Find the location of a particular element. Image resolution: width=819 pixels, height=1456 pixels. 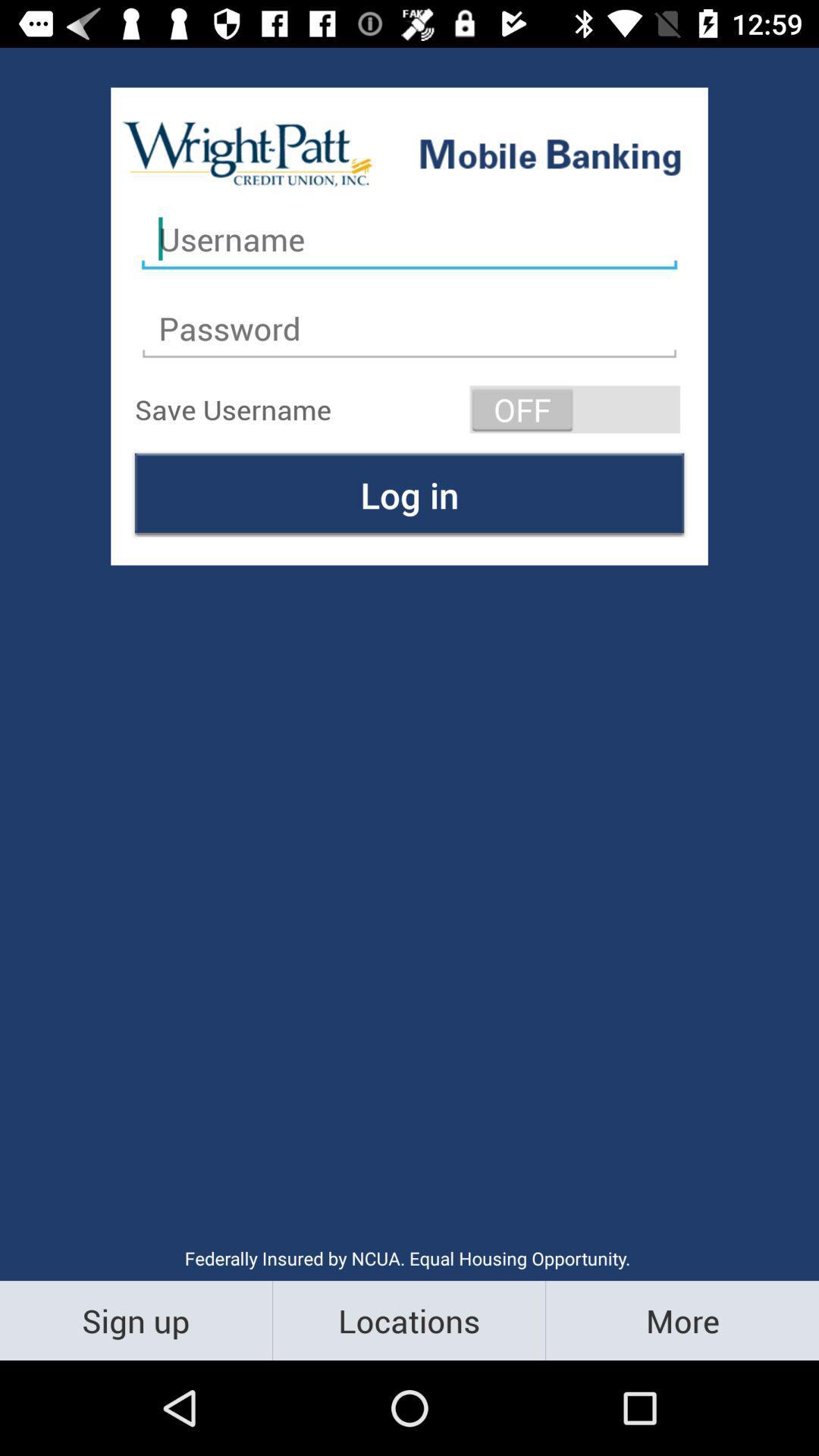

the item next to the save username item is located at coordinates (575, 409).